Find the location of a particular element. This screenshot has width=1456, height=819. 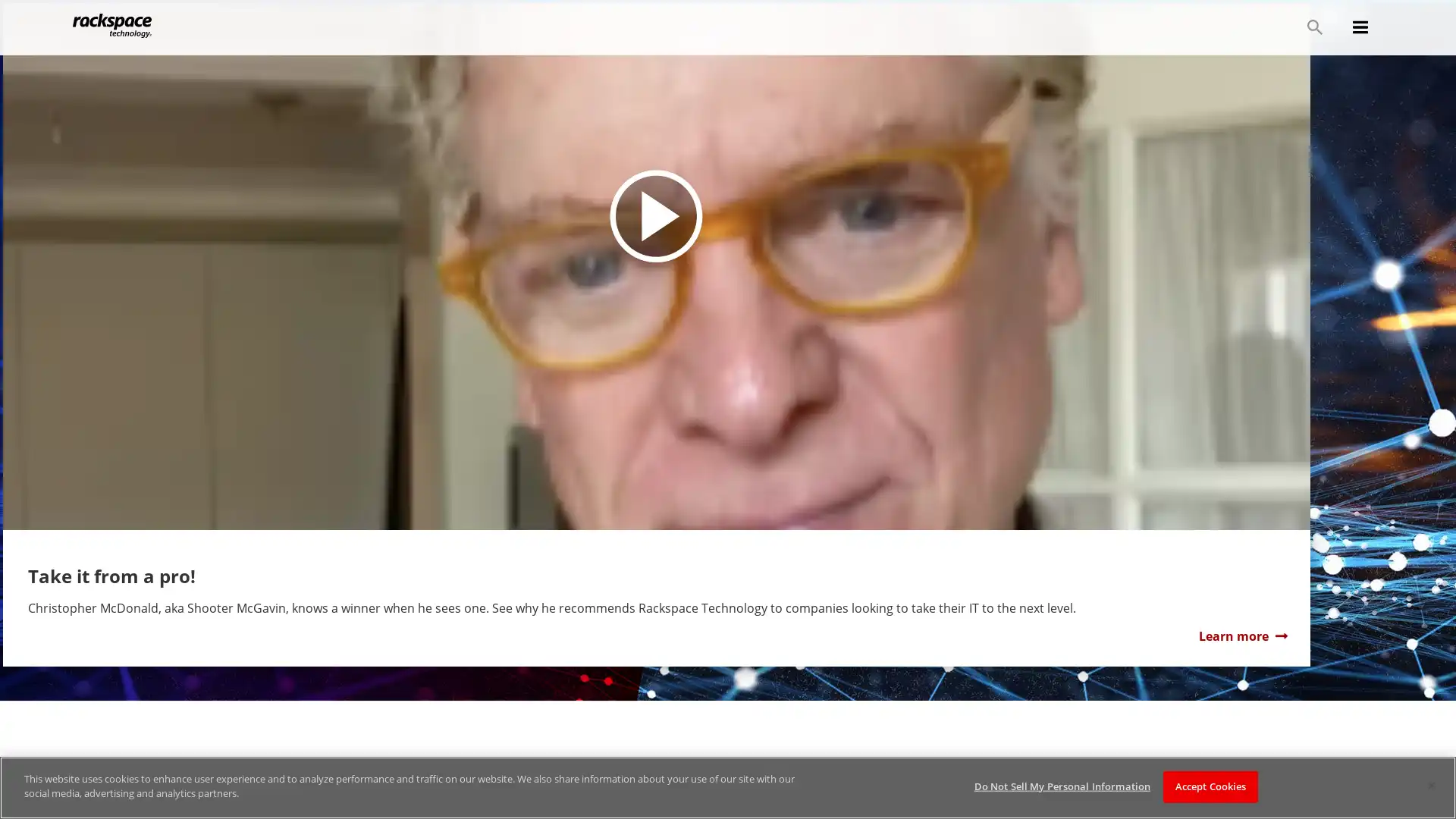

Accept Cookies is located at coordinates (1210, 786).